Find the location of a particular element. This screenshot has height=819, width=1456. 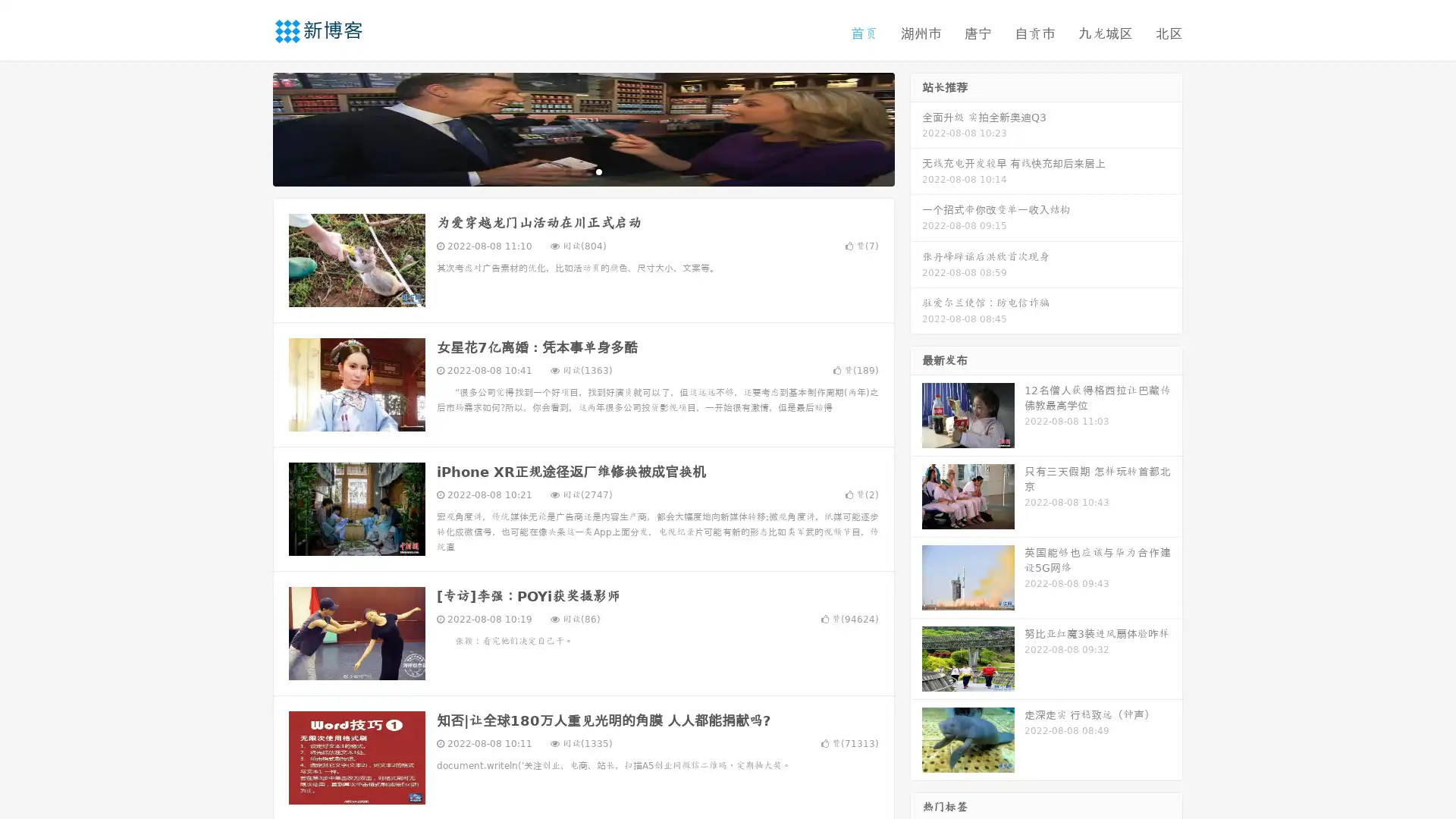

Previous slide is located at coordinates (250, 127).